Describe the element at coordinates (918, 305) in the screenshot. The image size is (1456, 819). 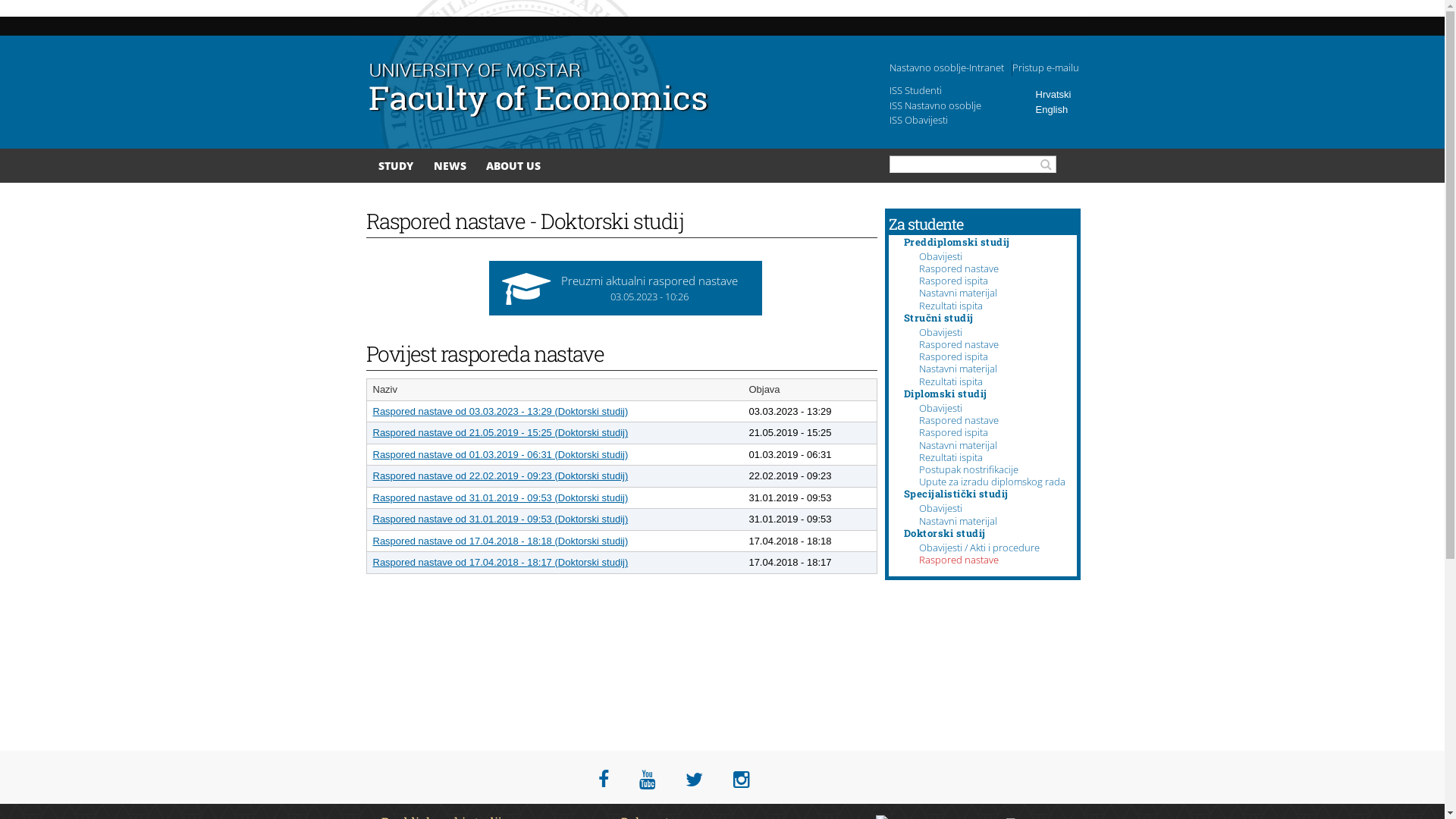
I see `'Rezultati ispita'` at that location.